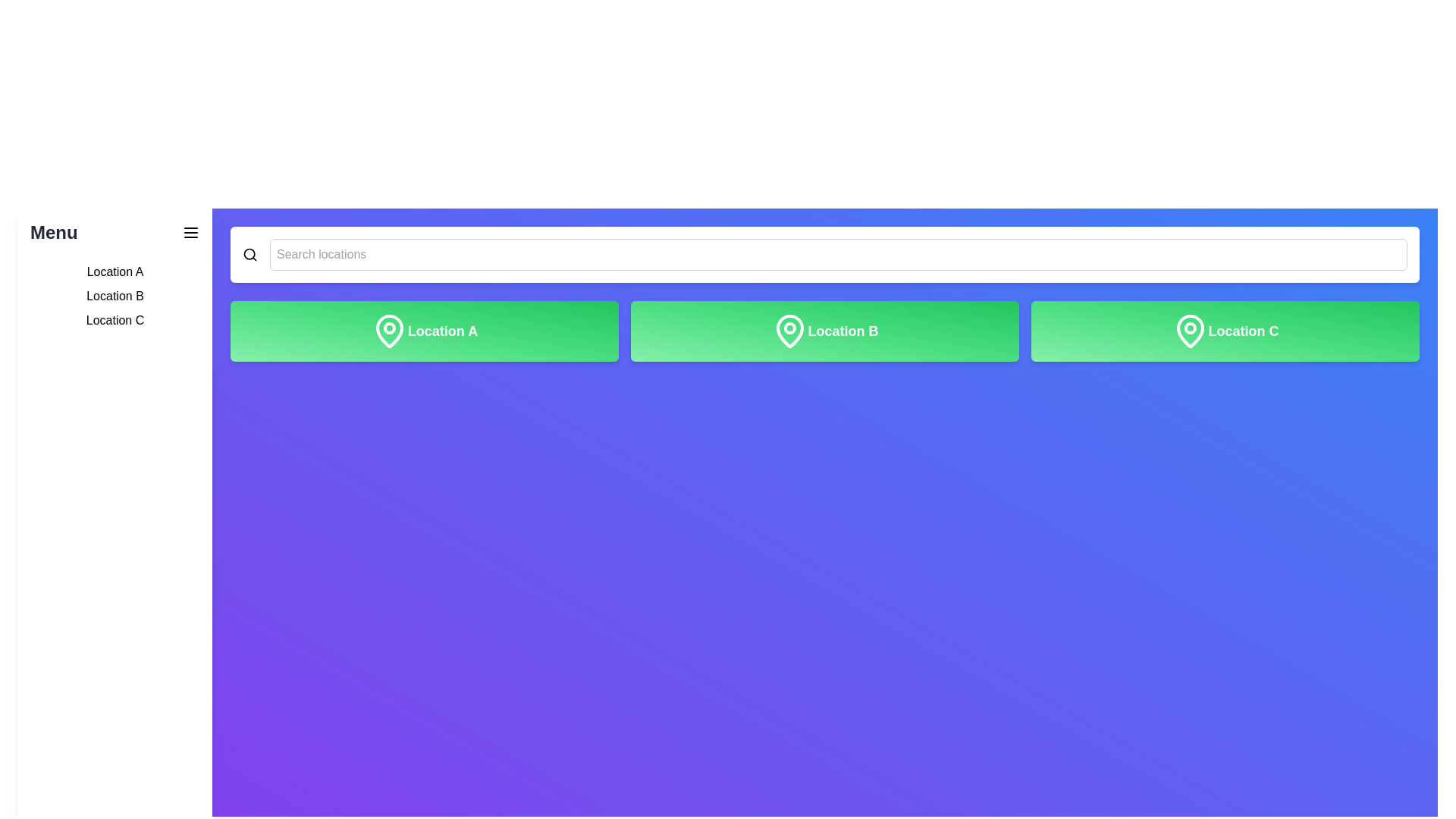  Describe the element at coordinates (1225, 330) in the screenshot. I see `the 'Location C' button, which is the far-right button in a sequence of three buttons labeled 'Location A', 'Location B', and 'Location C'` at that location.